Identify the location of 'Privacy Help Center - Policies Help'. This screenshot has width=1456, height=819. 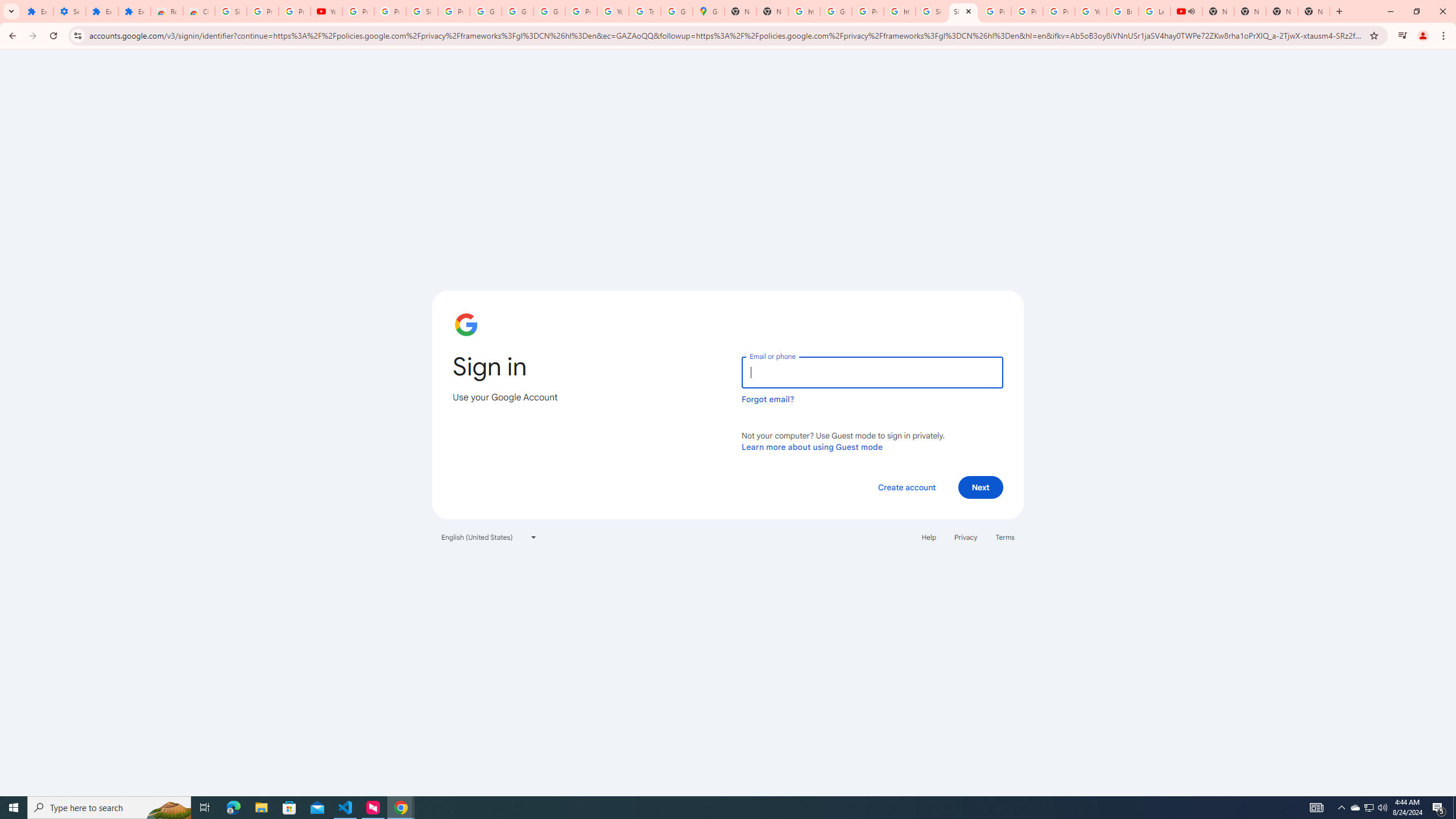
(994, 11).